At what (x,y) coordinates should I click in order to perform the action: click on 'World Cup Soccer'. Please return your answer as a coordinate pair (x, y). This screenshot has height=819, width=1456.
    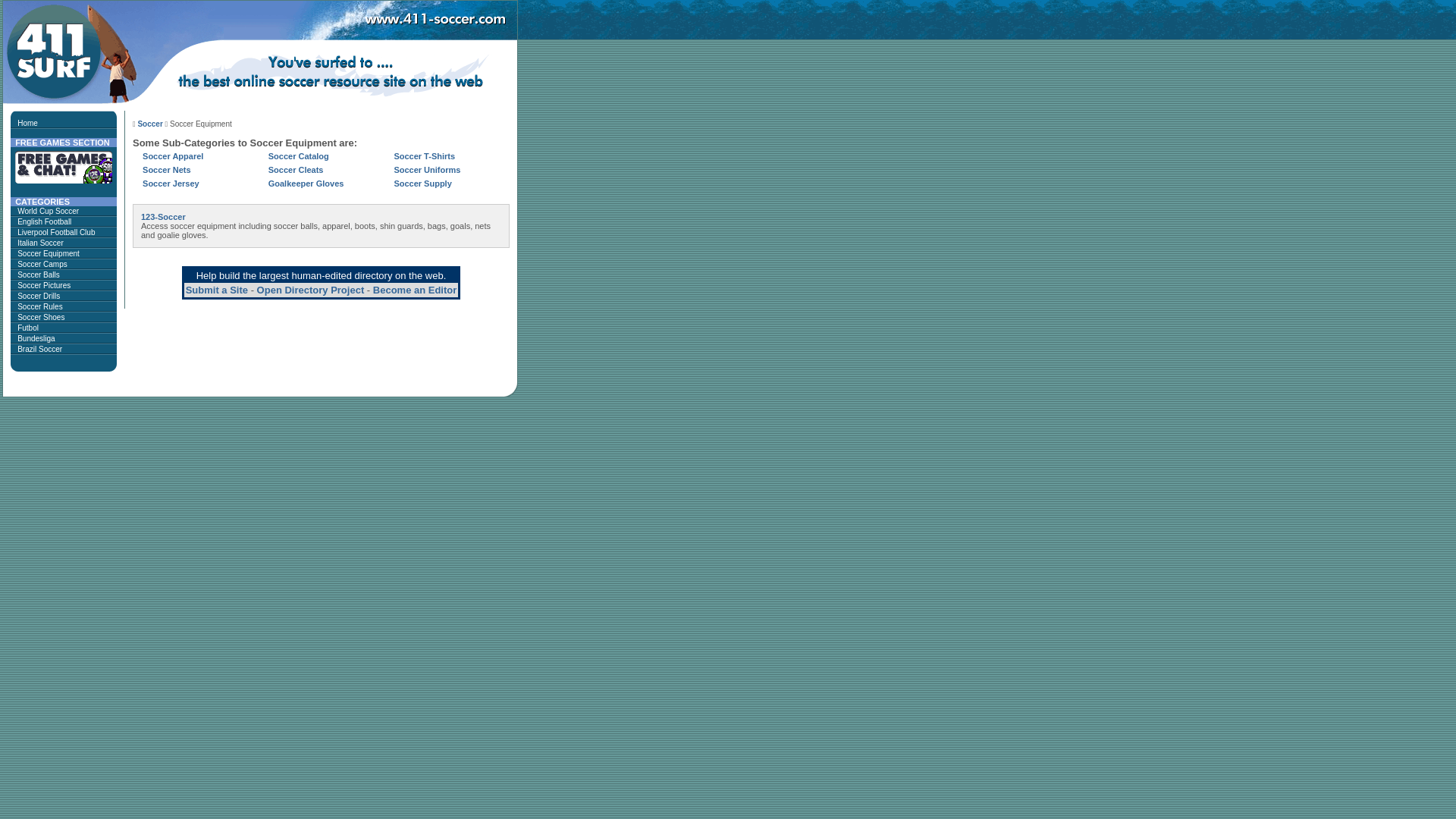
    Looking at the image, I should click on (48, 211).